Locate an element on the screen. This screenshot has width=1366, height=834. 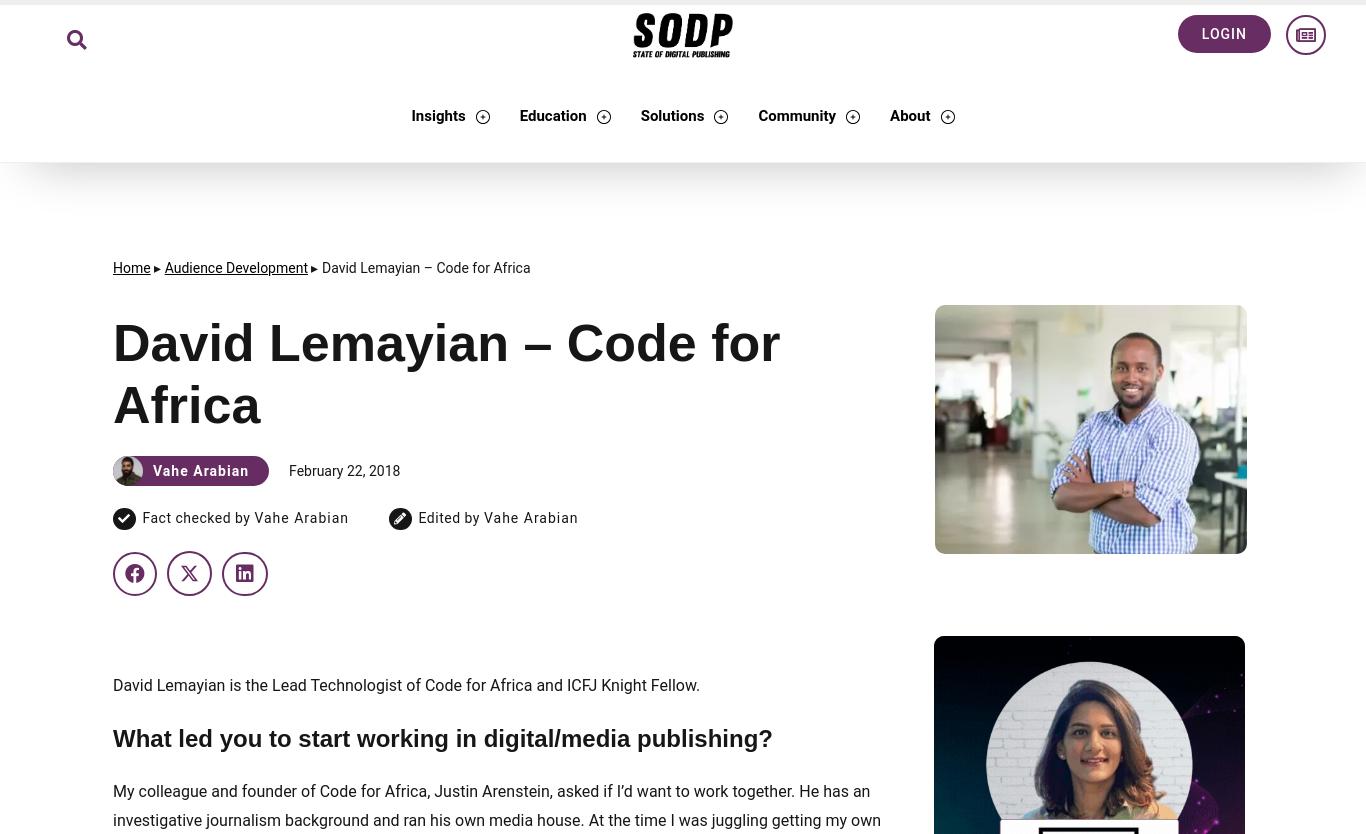
'February 22, 2018' is located at coordinates (343, 469).